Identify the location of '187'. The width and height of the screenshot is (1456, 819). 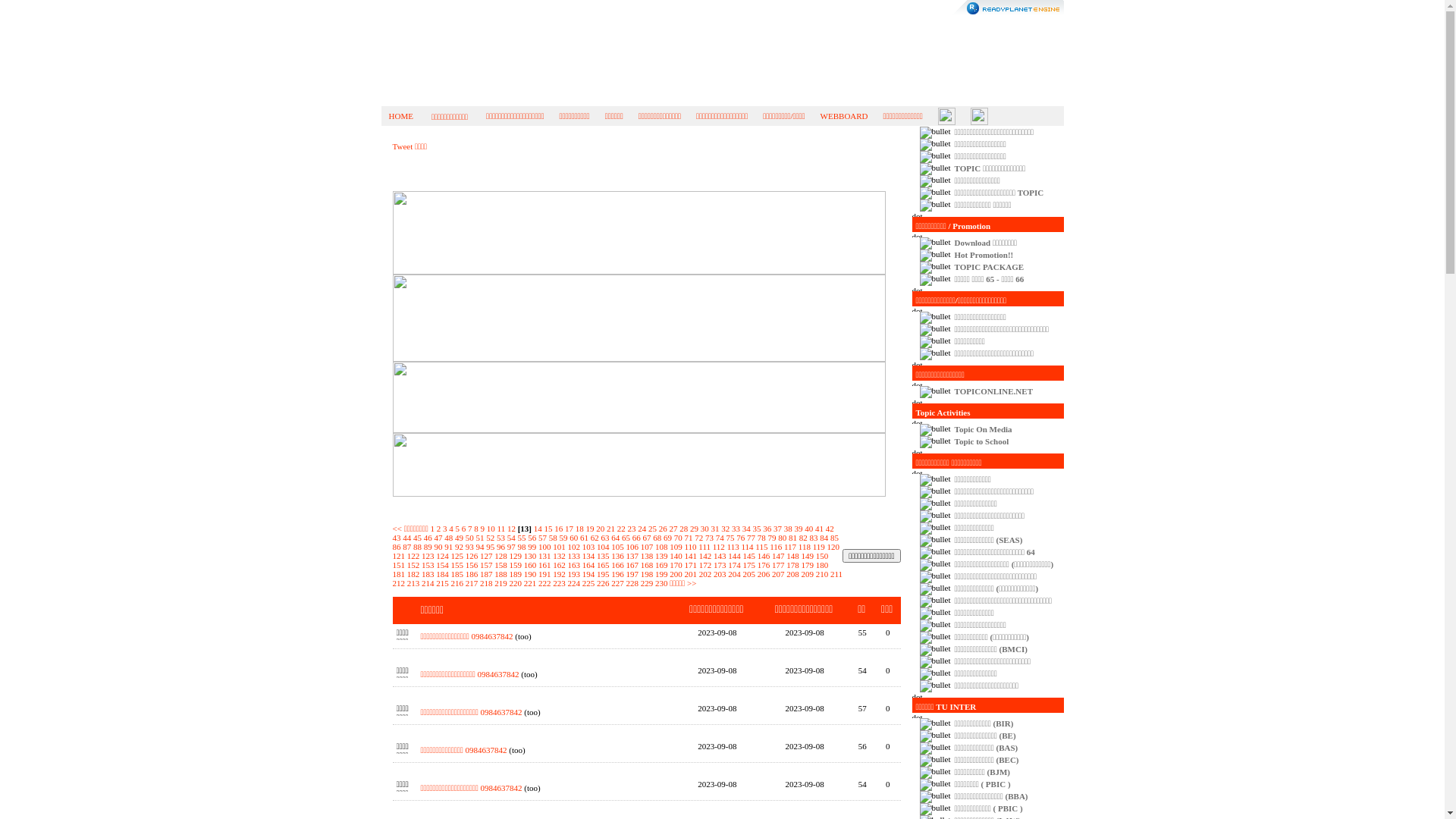
(486, 573).